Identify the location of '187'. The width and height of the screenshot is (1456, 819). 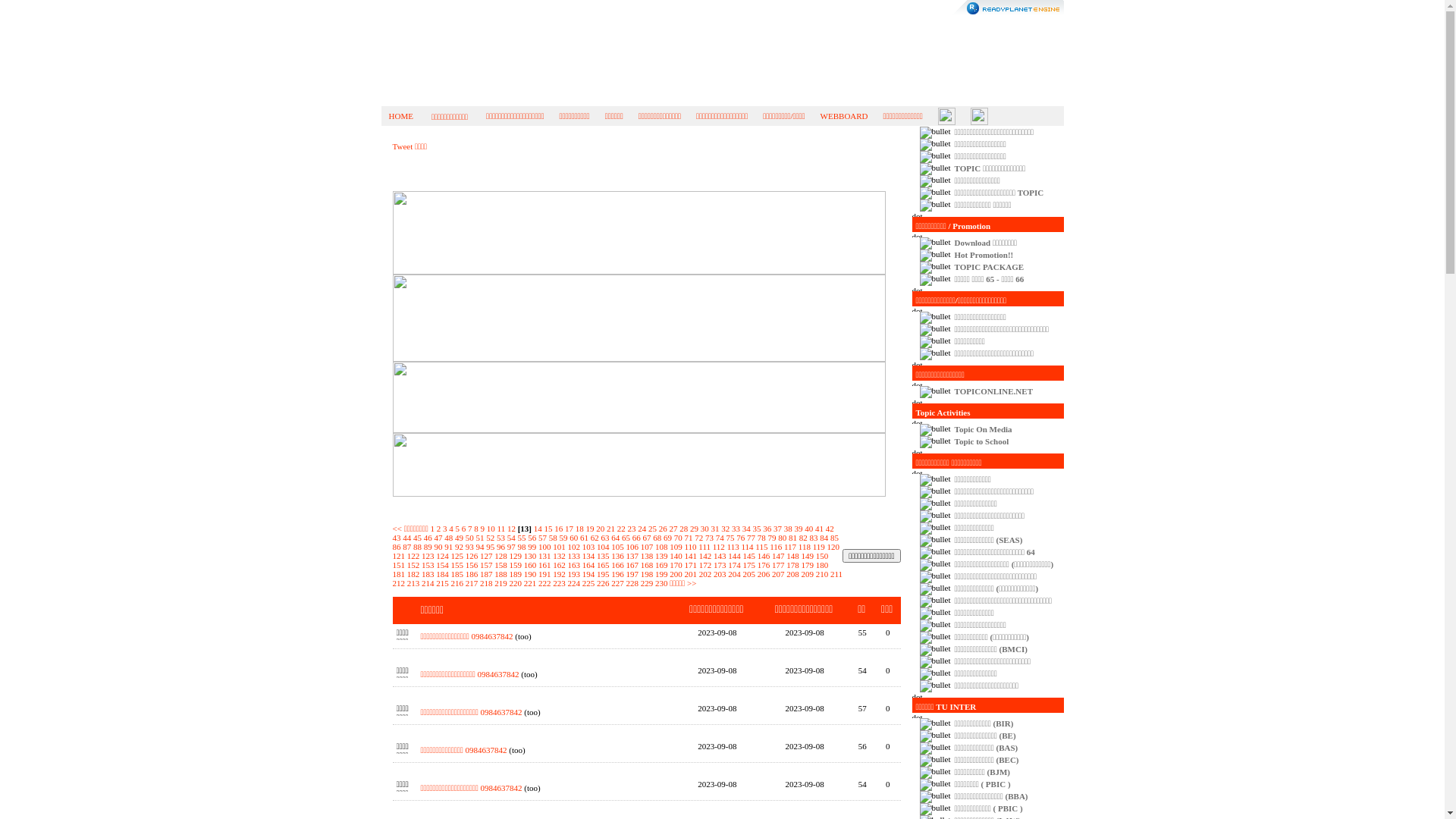
(486, 573).